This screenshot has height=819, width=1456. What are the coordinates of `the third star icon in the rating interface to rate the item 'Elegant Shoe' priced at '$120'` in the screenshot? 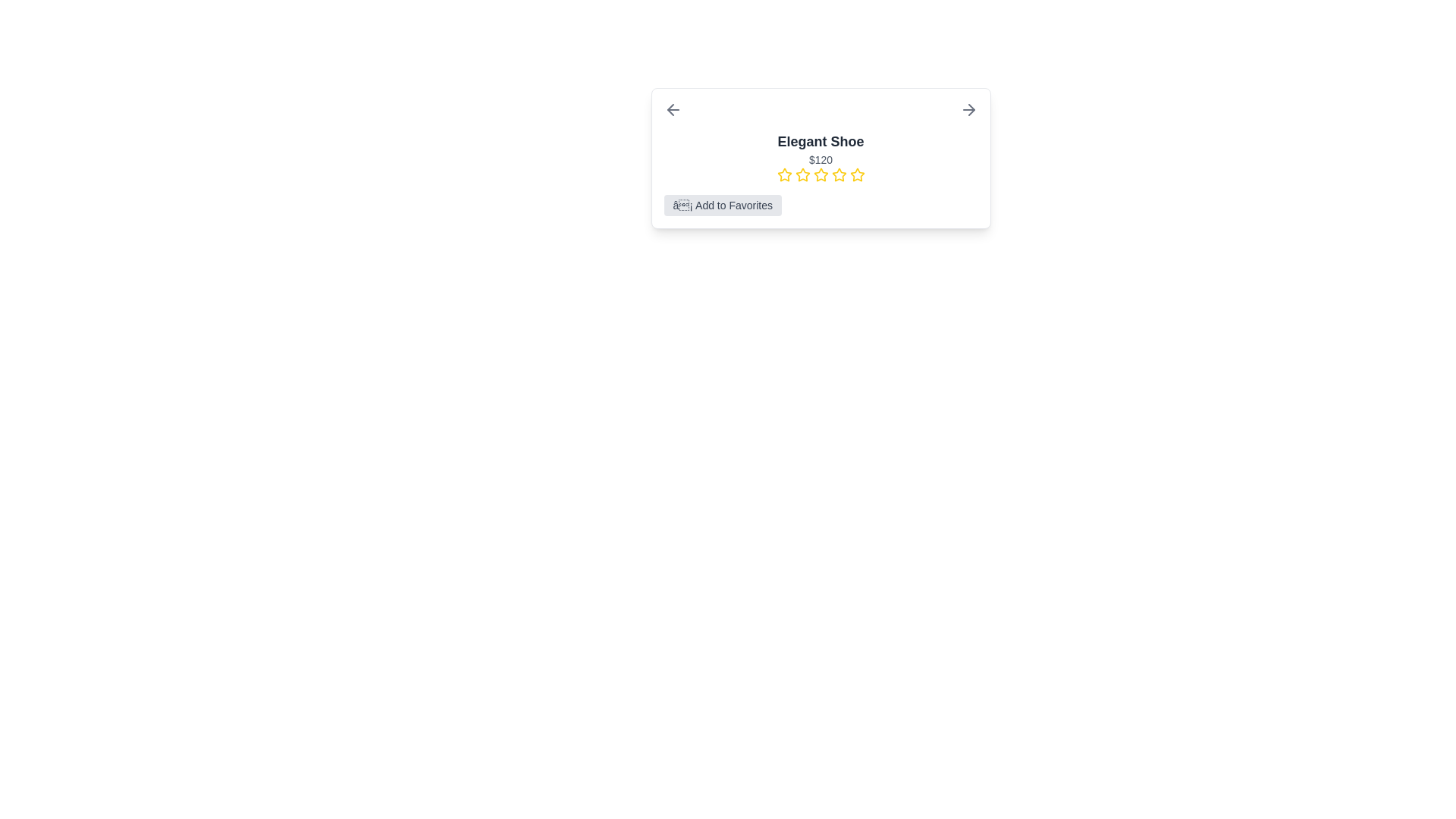 It's located at (820, 174).